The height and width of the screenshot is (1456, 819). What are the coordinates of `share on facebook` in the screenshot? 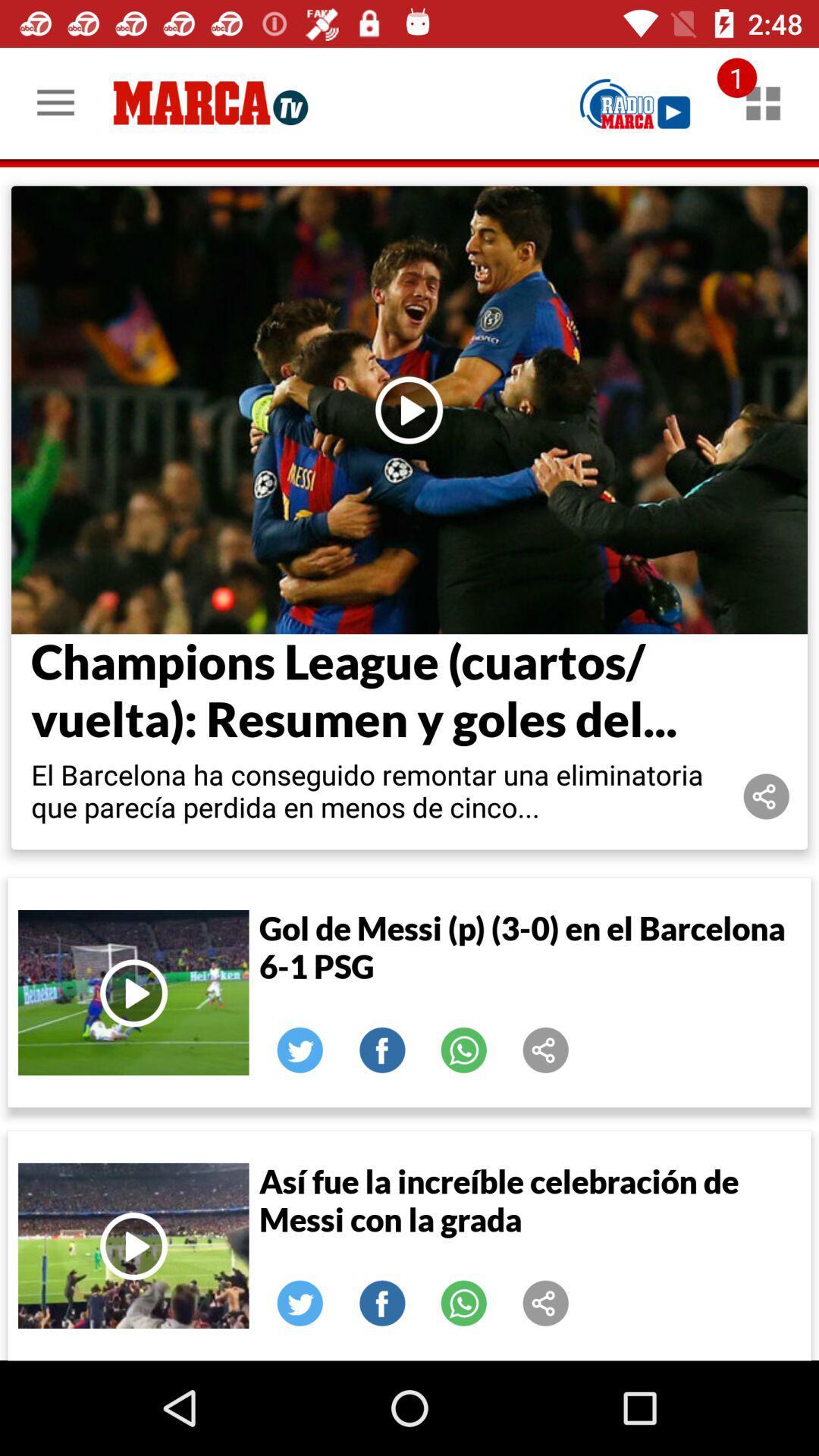 It's located at (381, 1302).